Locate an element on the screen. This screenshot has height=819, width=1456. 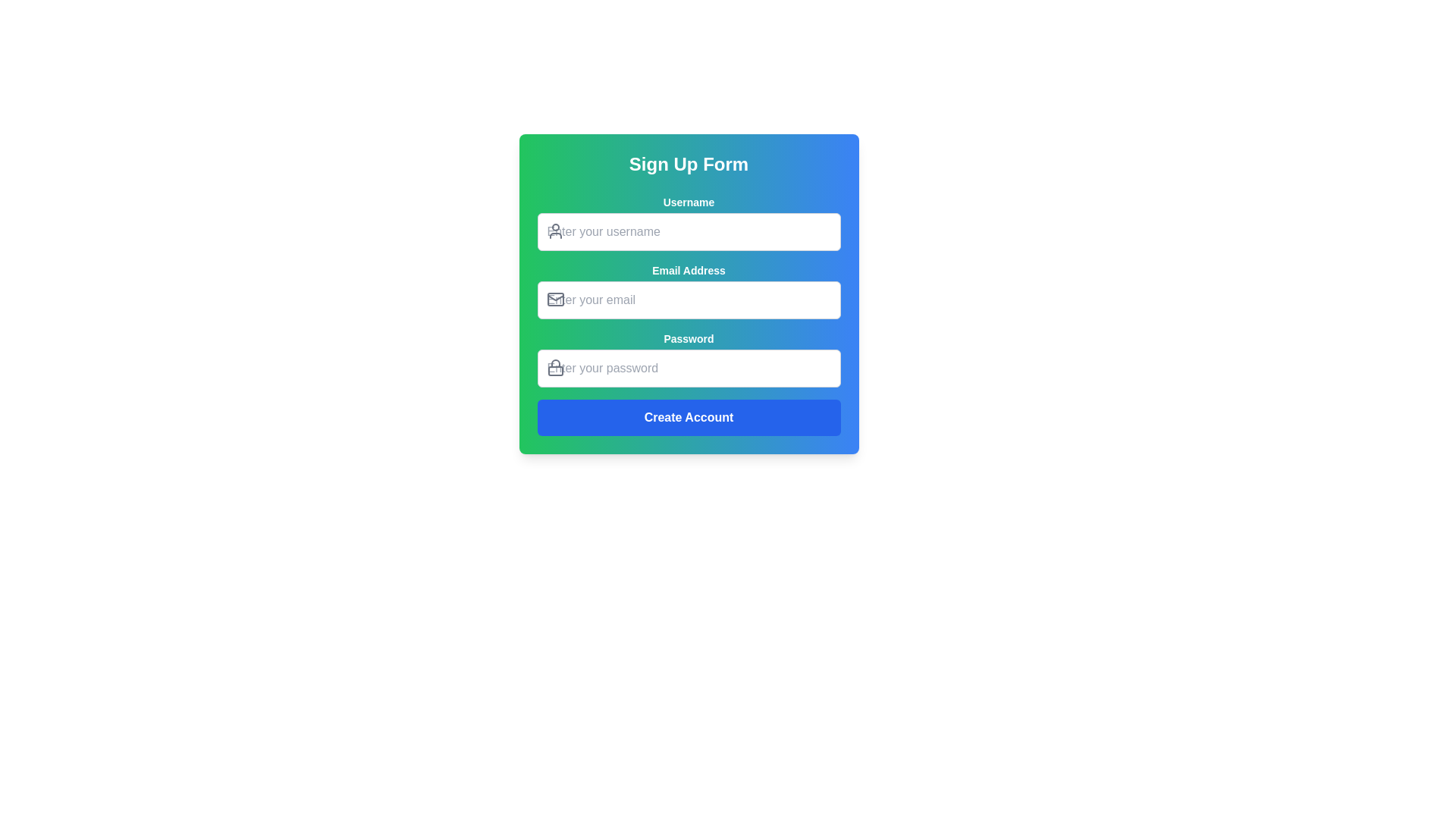
the main rectangular component of the envelope icon, which is located to the left of the 'Email Address' input field in the registration form is located at coordinates (554, 299).